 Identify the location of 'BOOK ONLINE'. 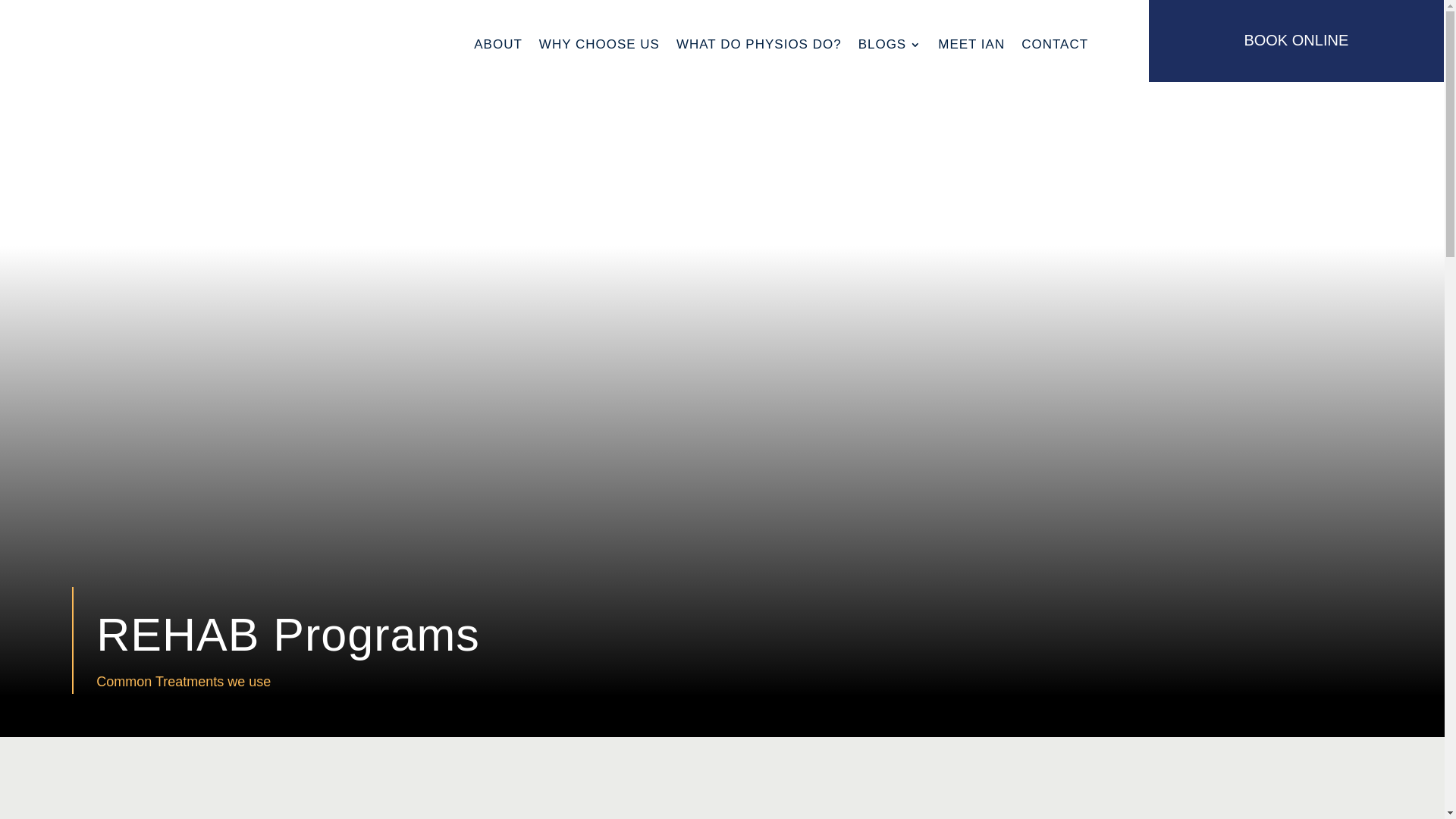
(1228, 39).